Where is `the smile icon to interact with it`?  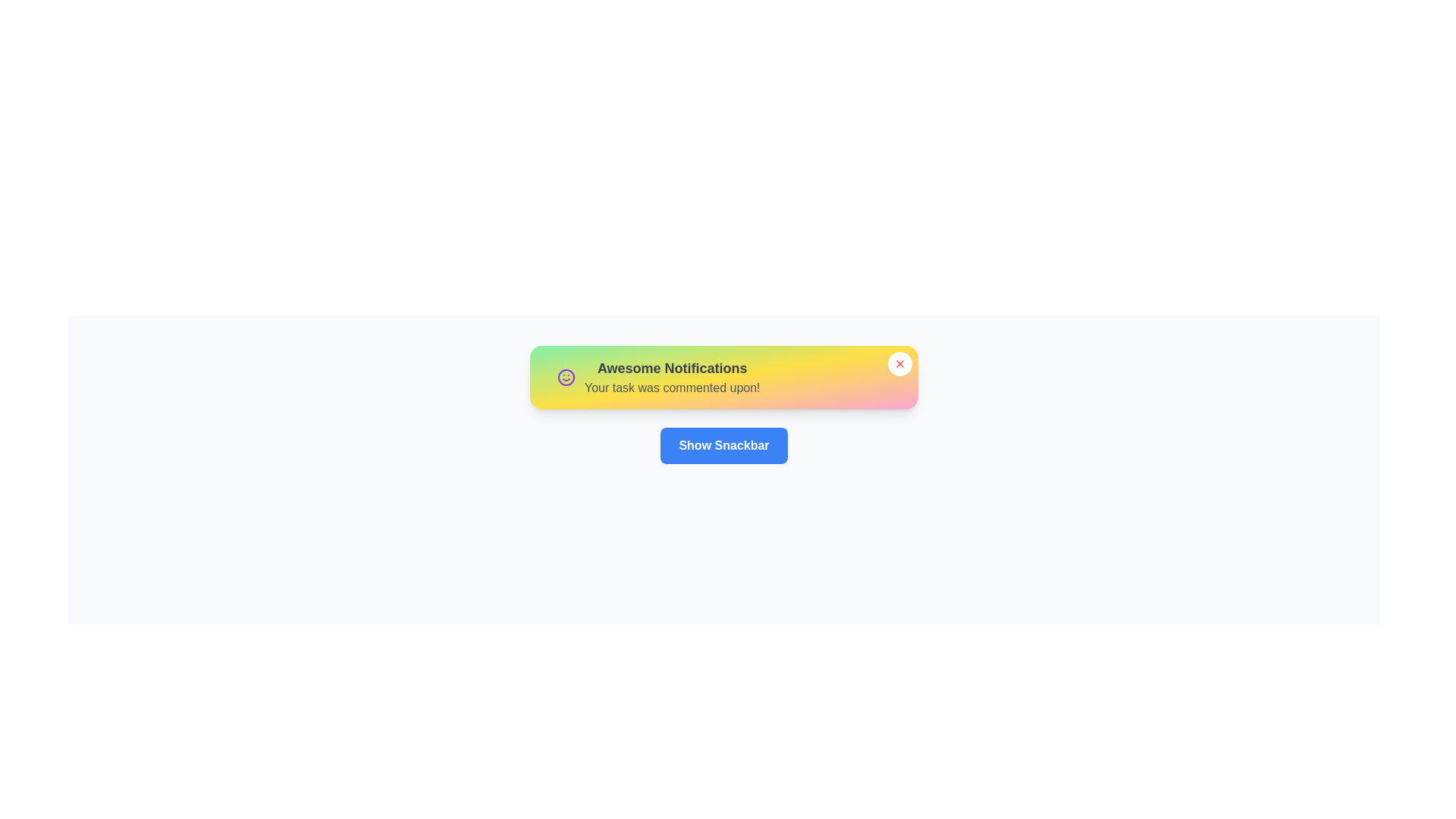 the smile icon to interact with it is located at coordinates (566, 376).